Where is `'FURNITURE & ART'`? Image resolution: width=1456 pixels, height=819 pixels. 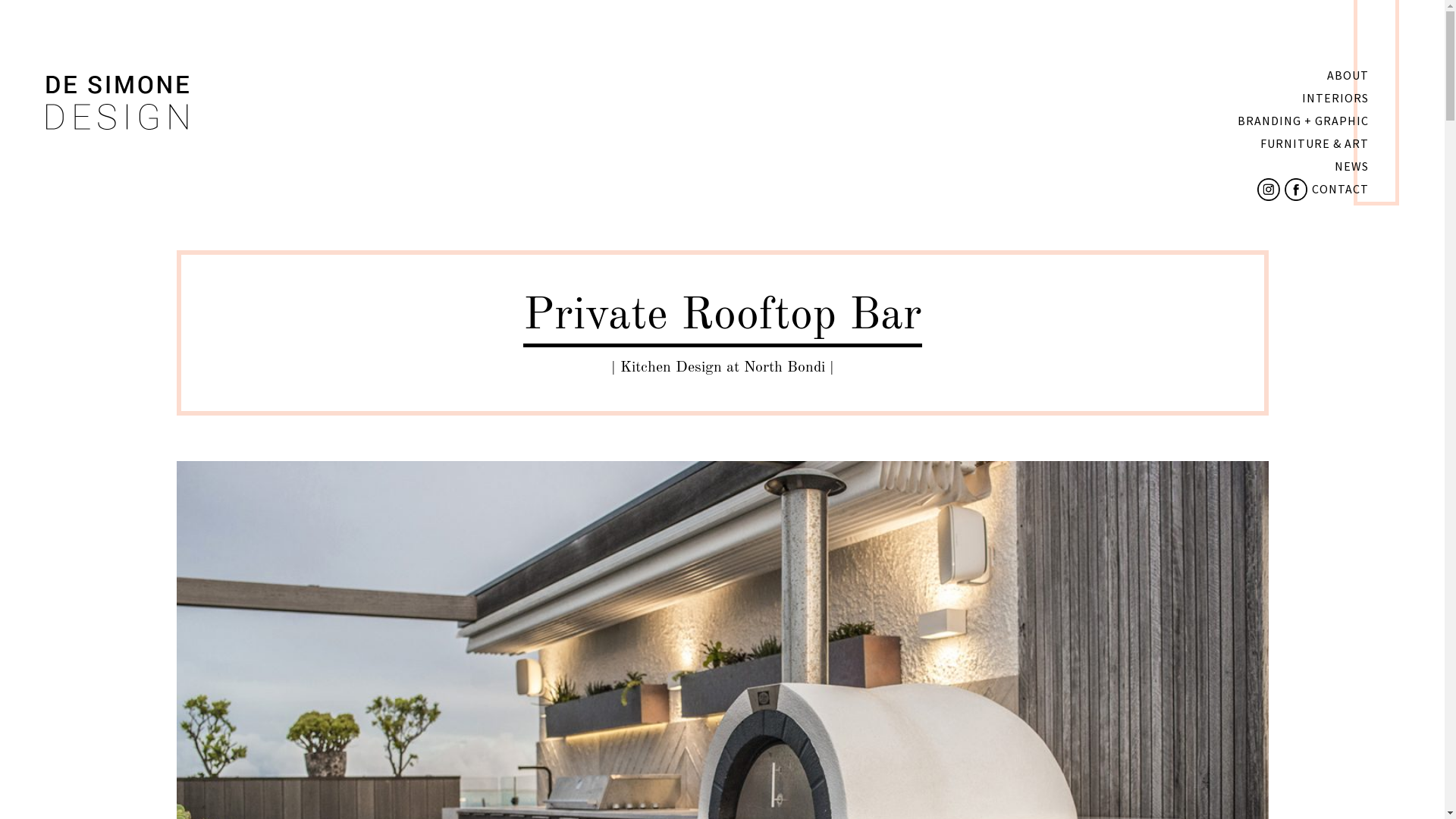
'FURNITURE & ART' is located at coordinates (1313, 143).